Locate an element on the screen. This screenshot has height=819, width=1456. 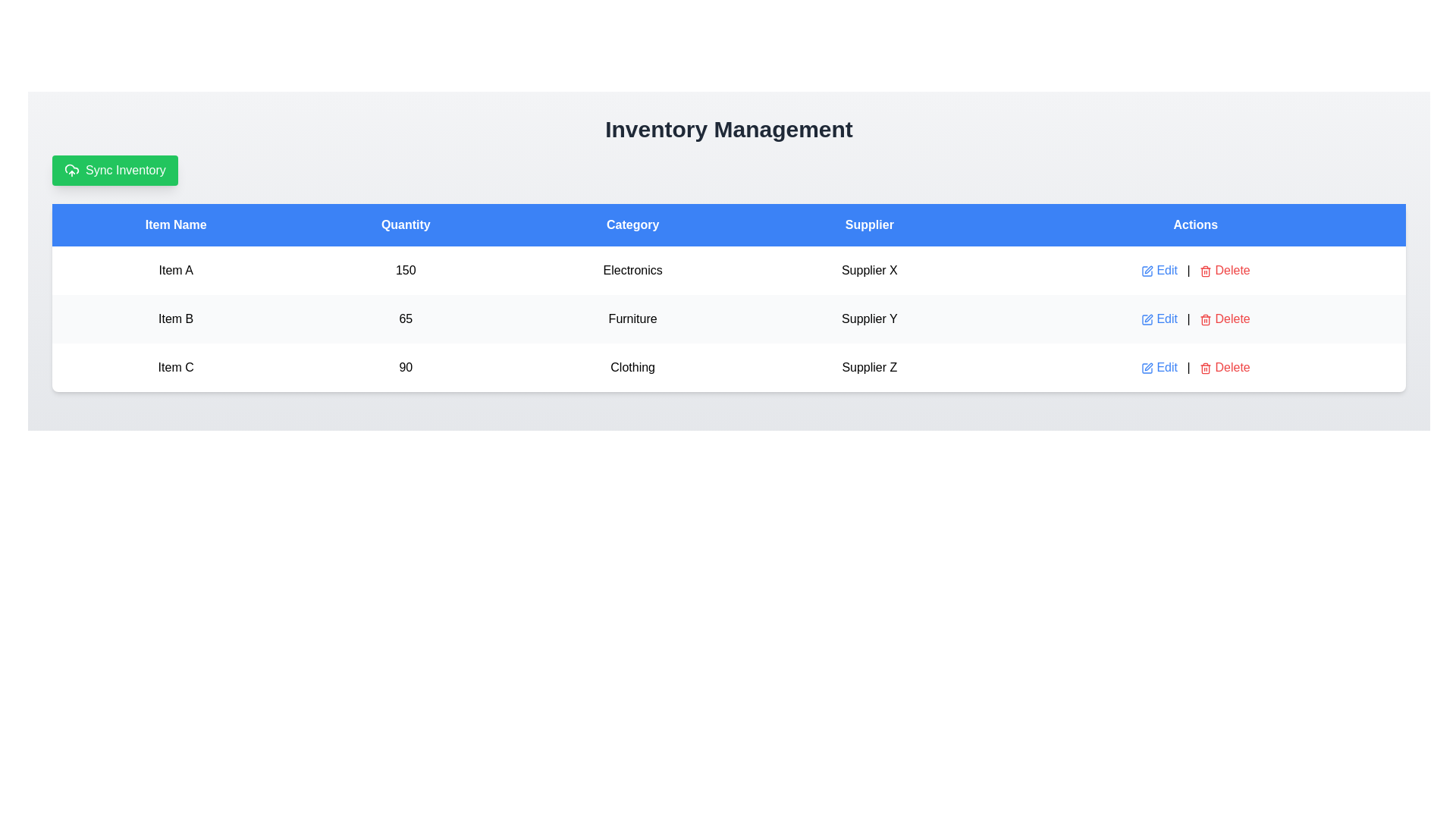
the 'Delete' option in the Action panel located in the rightmost column of the last row of the table corresponding to 'Item C' is located at coordinates (1194, 368).